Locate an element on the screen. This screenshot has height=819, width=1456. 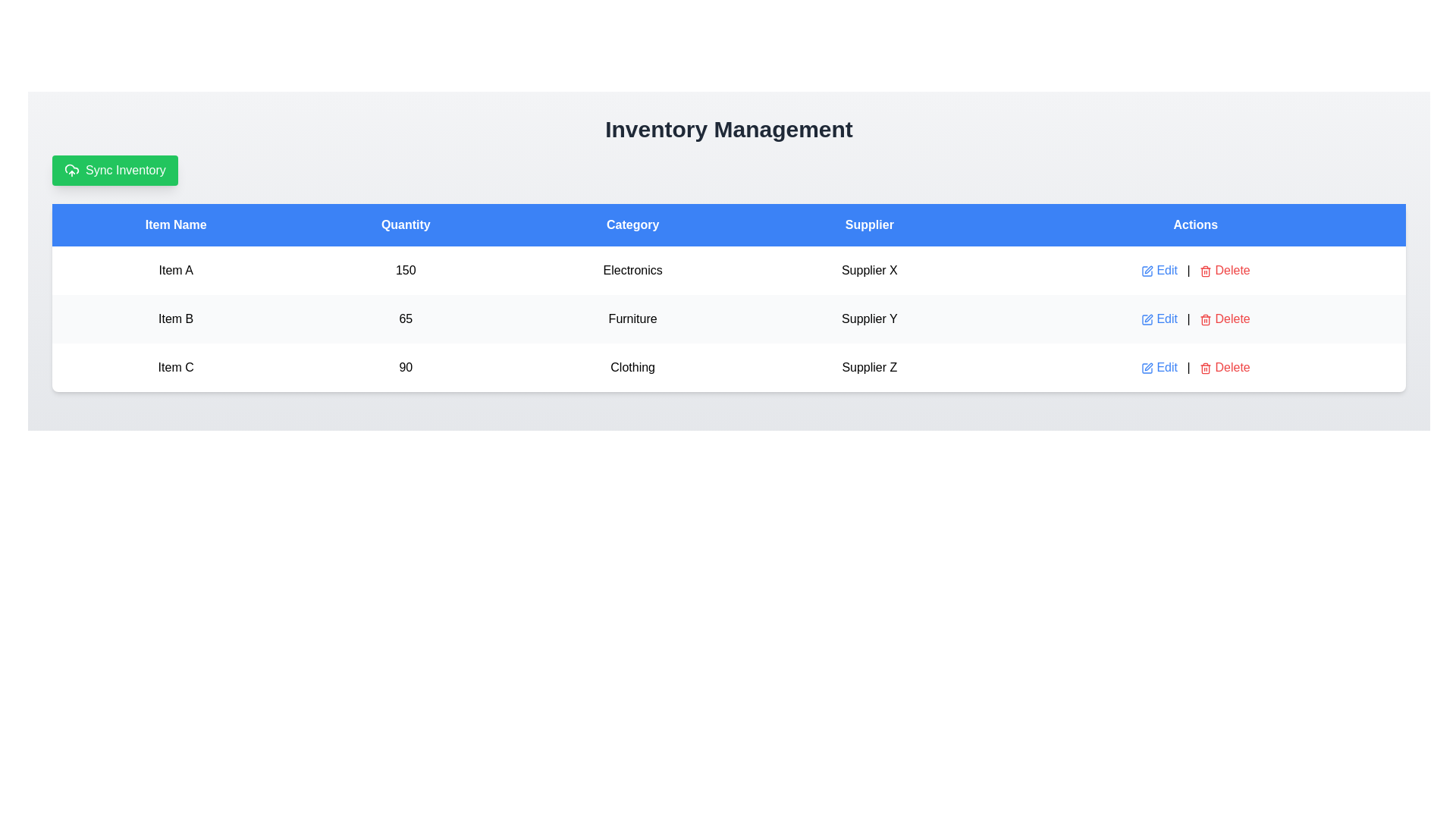
the 'Delete' option in the Action panel located in the rightmost column of the last row of the table corresponding to 'Item C' is located at coordinates (1194, 368).